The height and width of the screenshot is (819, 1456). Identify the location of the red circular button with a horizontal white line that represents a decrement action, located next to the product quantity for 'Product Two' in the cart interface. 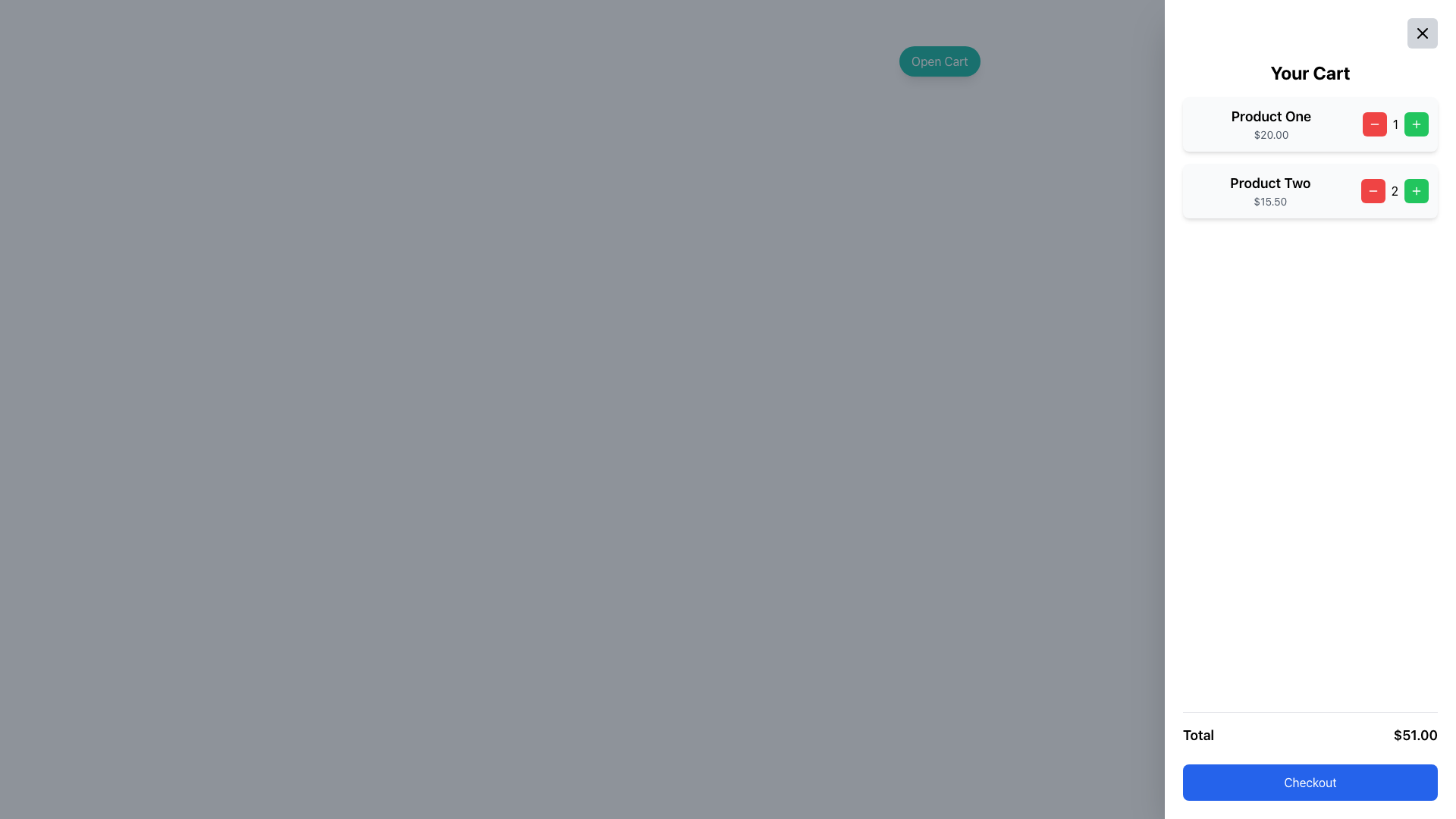
(1374, 124).